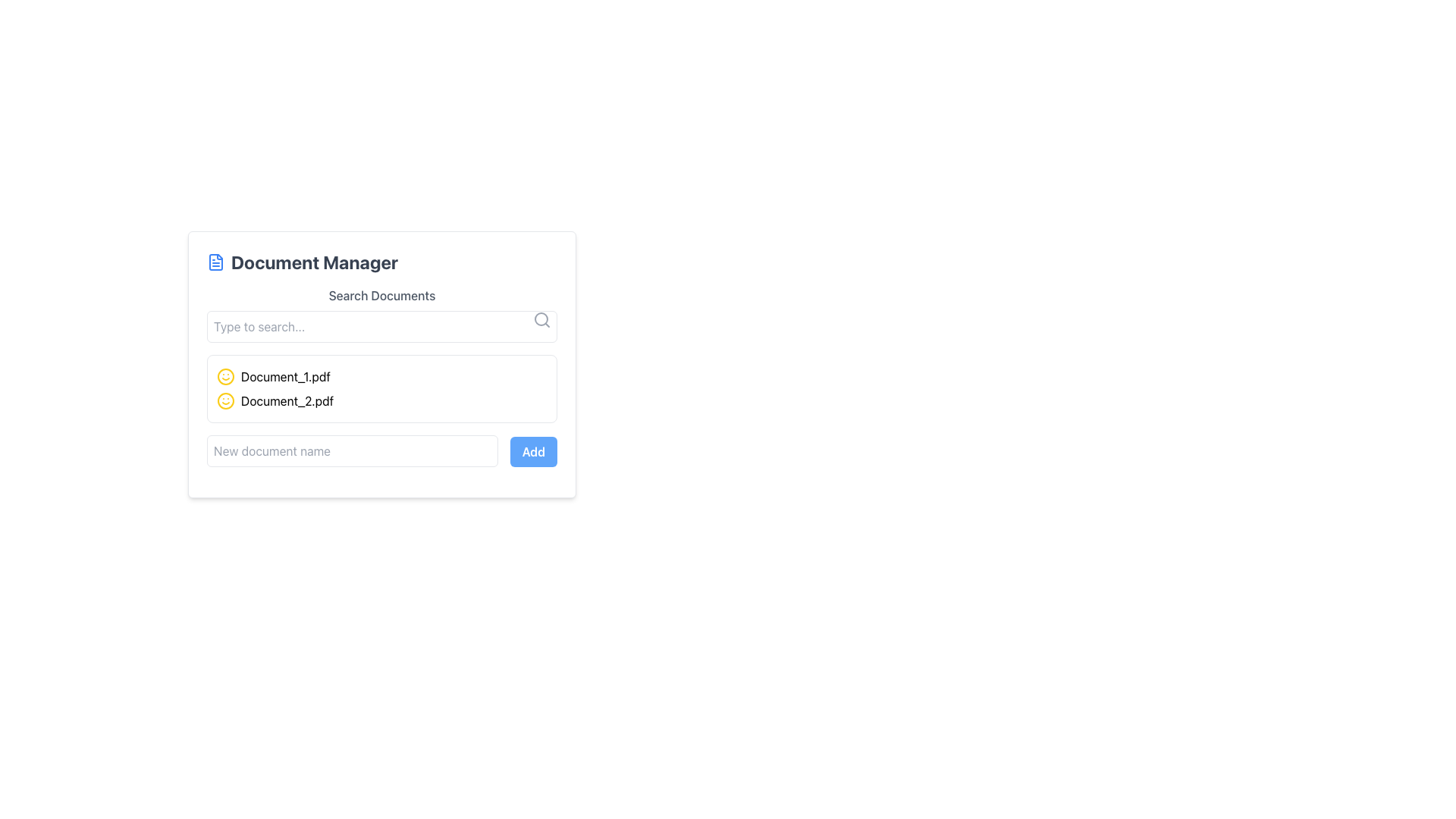 The height and width of the screenshot is (819, 1456). Describe the element at coordinates (541, 318) in the screenshot. I see `the SVG Circle that represents the central circle of the magnifying glass icon located at the top-right corner of the search bar area` at that location.